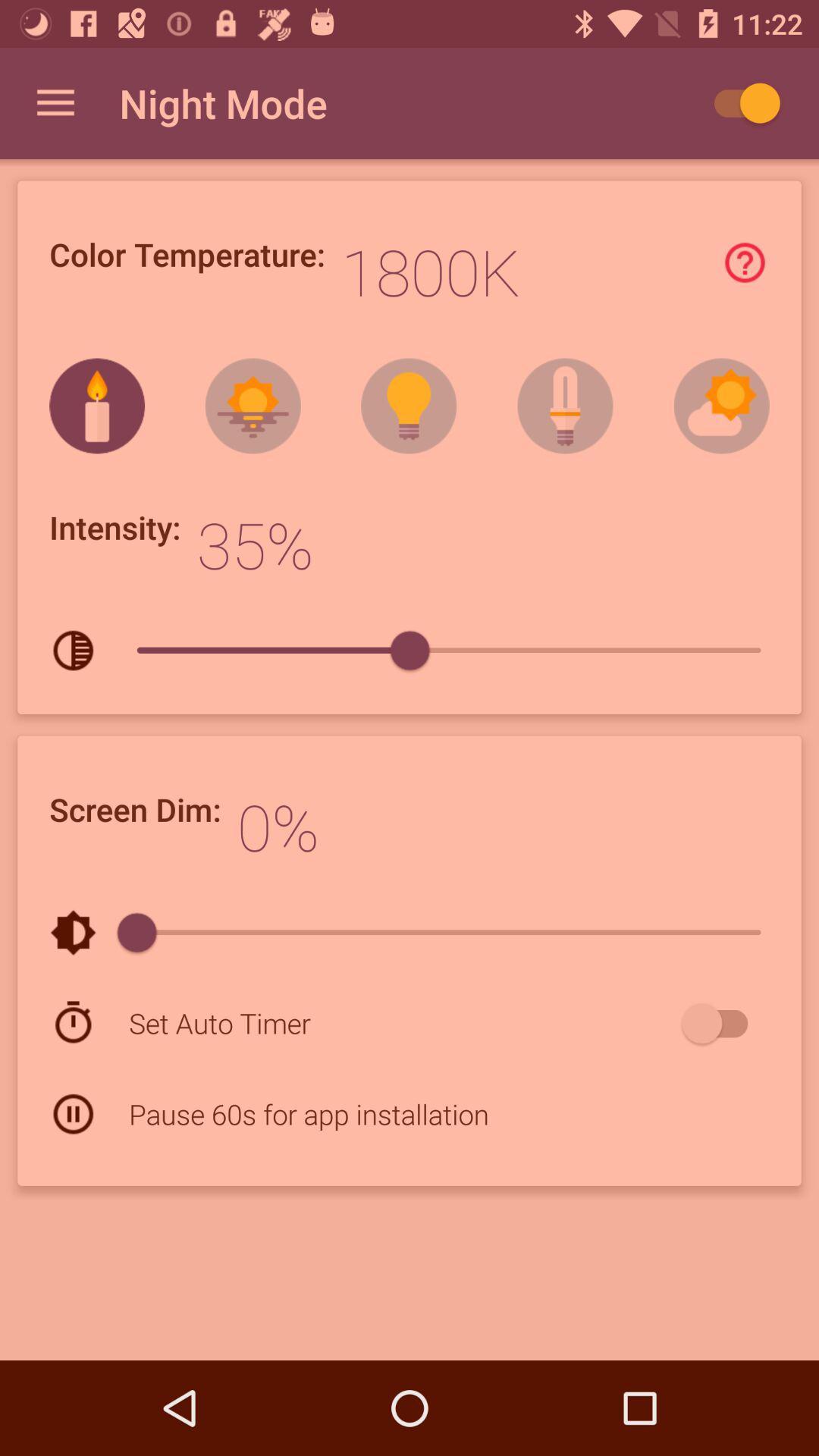 The image size is (819, 1456). I want to click on night mode, so click(739, 102).